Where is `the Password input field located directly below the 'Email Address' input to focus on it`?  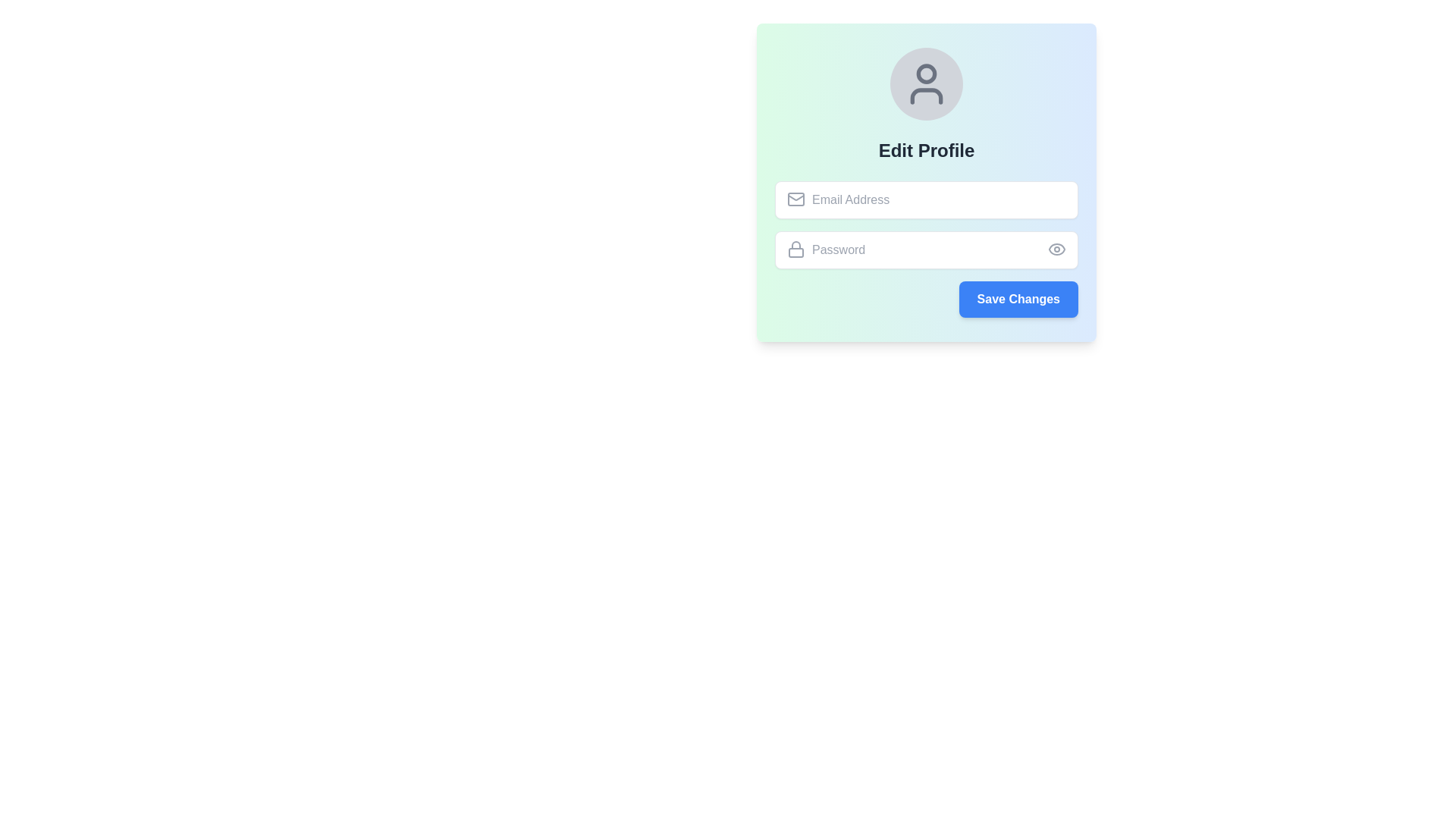 the Password input field located directly below the 'Email Address' input to focus on it is located at coordinates (926, 248).